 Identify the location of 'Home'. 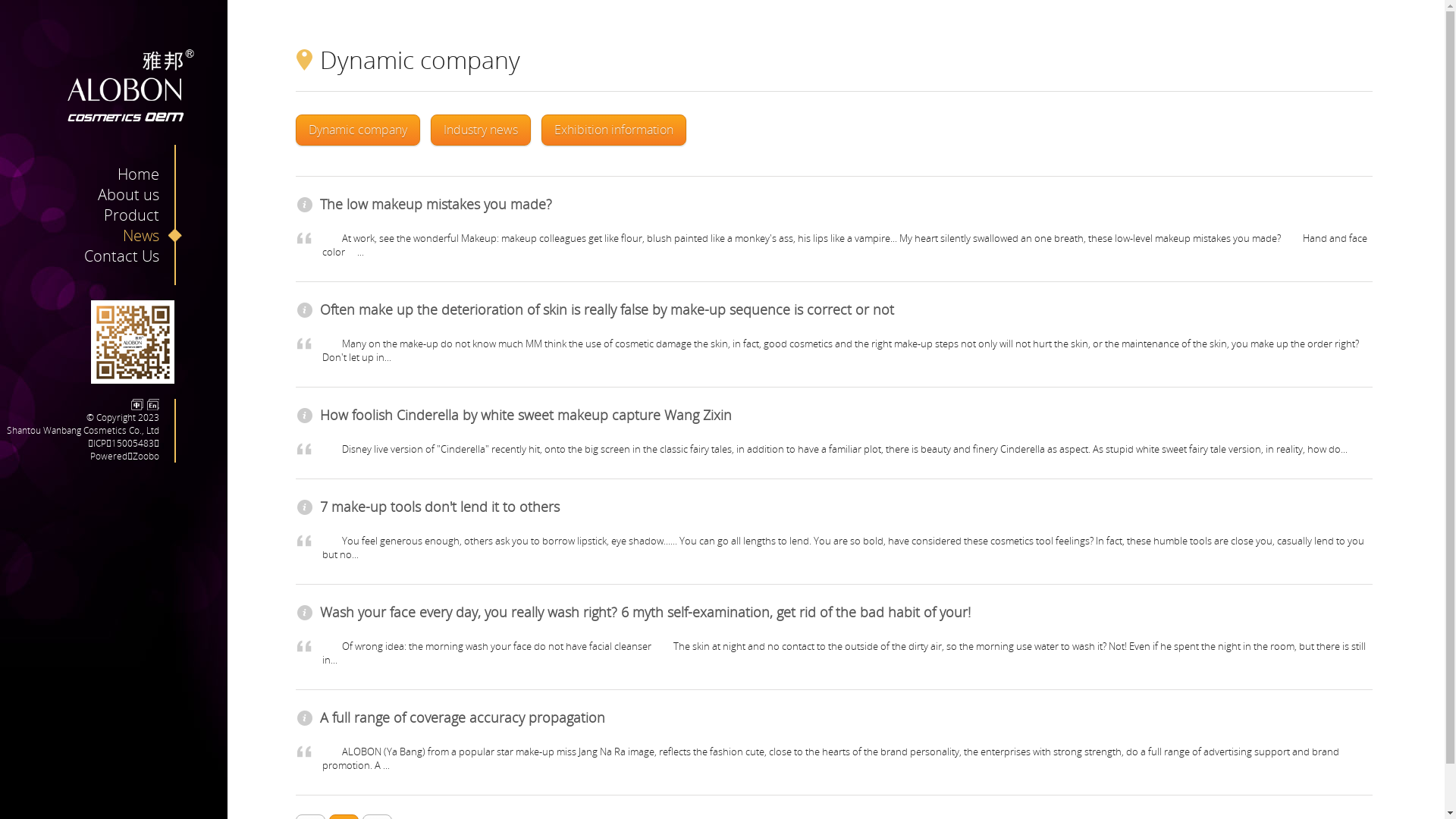
(149, 173).